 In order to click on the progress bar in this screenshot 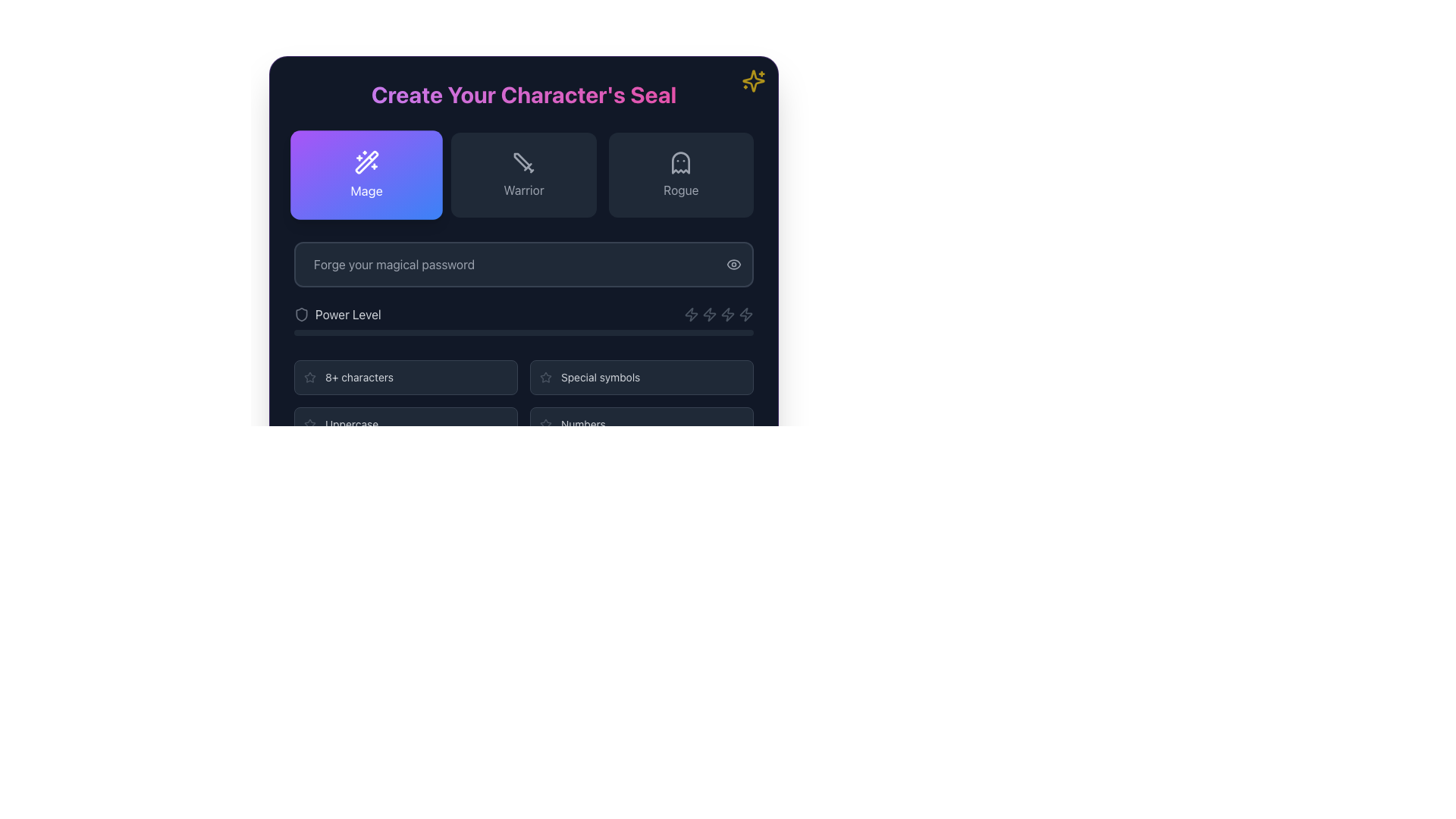, I will do `click(711, 332)`.